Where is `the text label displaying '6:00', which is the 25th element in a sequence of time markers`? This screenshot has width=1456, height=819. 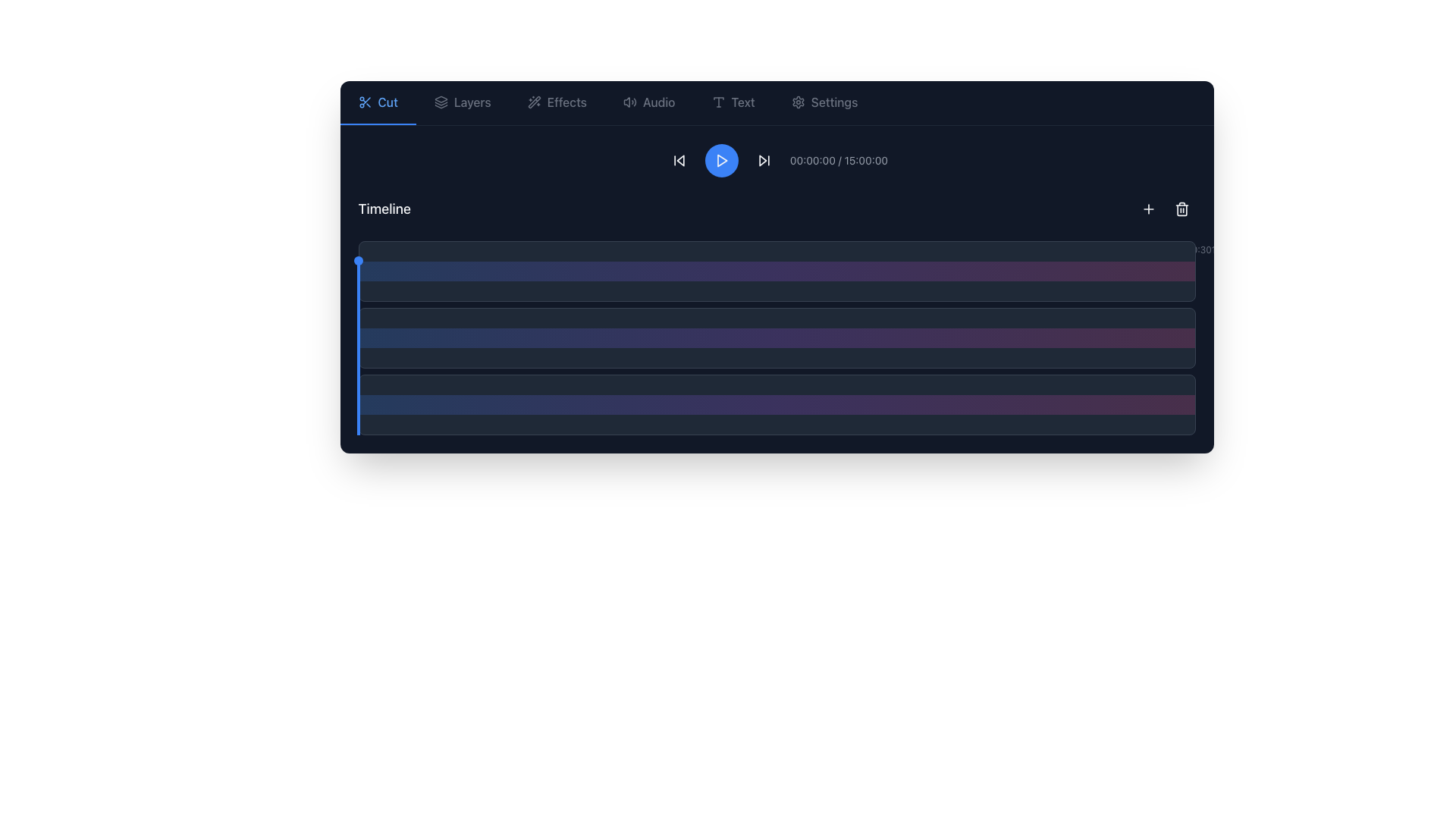 the text label displaying '6:00', which is the 25th element in a sequence of time markers is located at coordinates (839, 249).